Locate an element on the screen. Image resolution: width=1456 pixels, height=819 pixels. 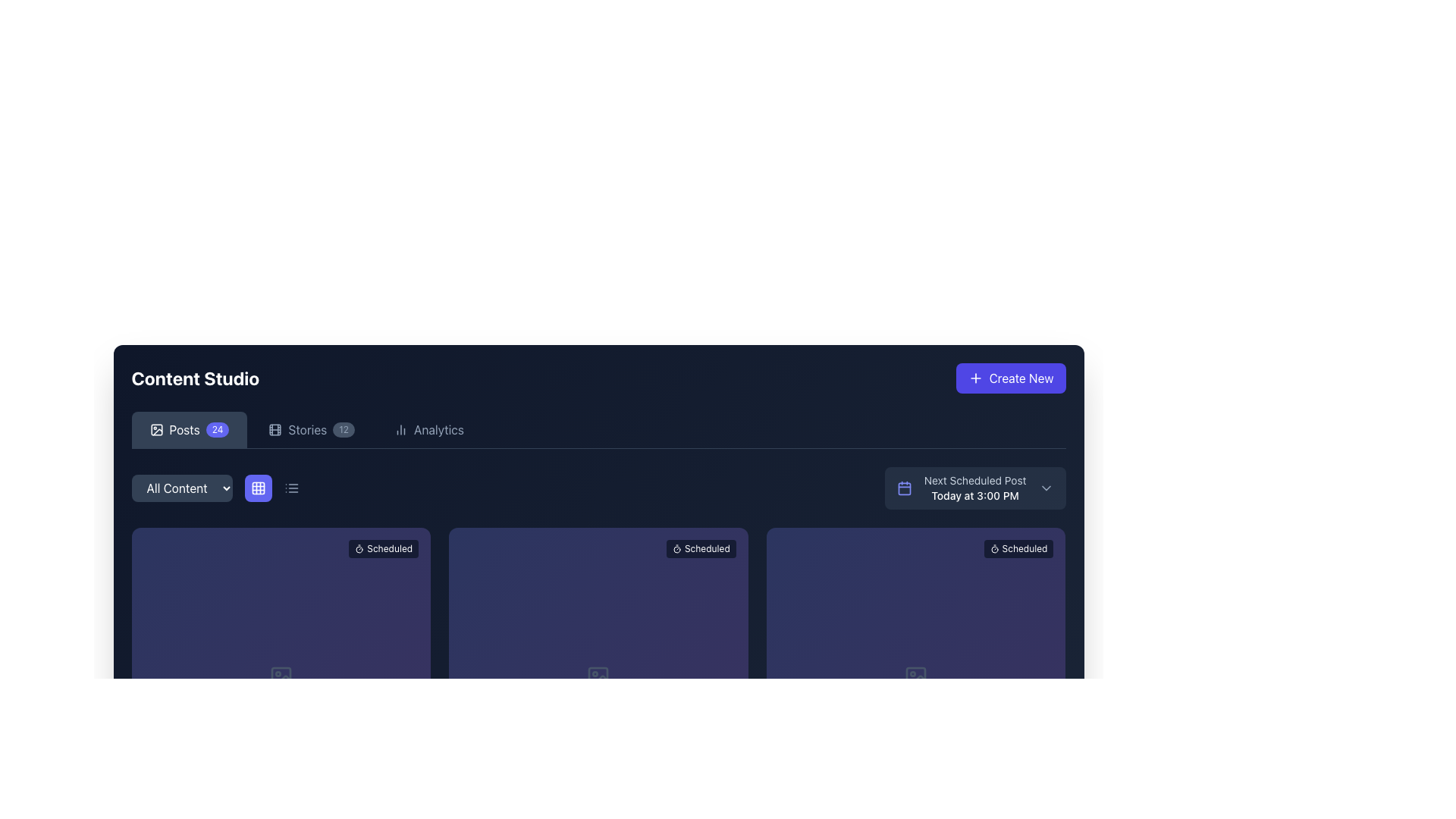
the toggle button located between the 'All Content' dropdown and the list view icon is located at coordinates (275, 488).